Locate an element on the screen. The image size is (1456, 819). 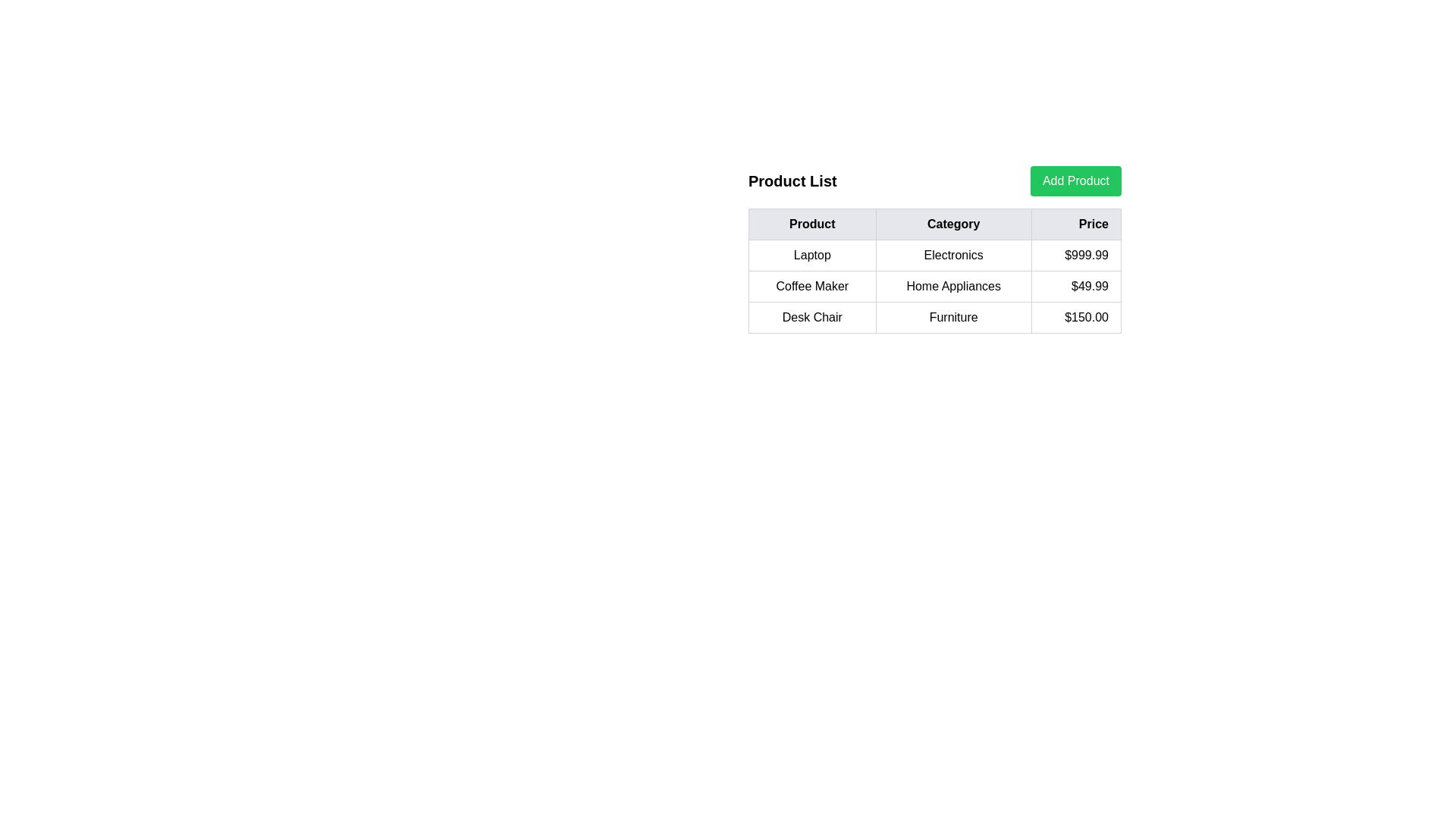
the table cell containing the text 'Home Appliances' which is located in the second row and second column of the 'Product List' table is located at coordinates (952, 287).